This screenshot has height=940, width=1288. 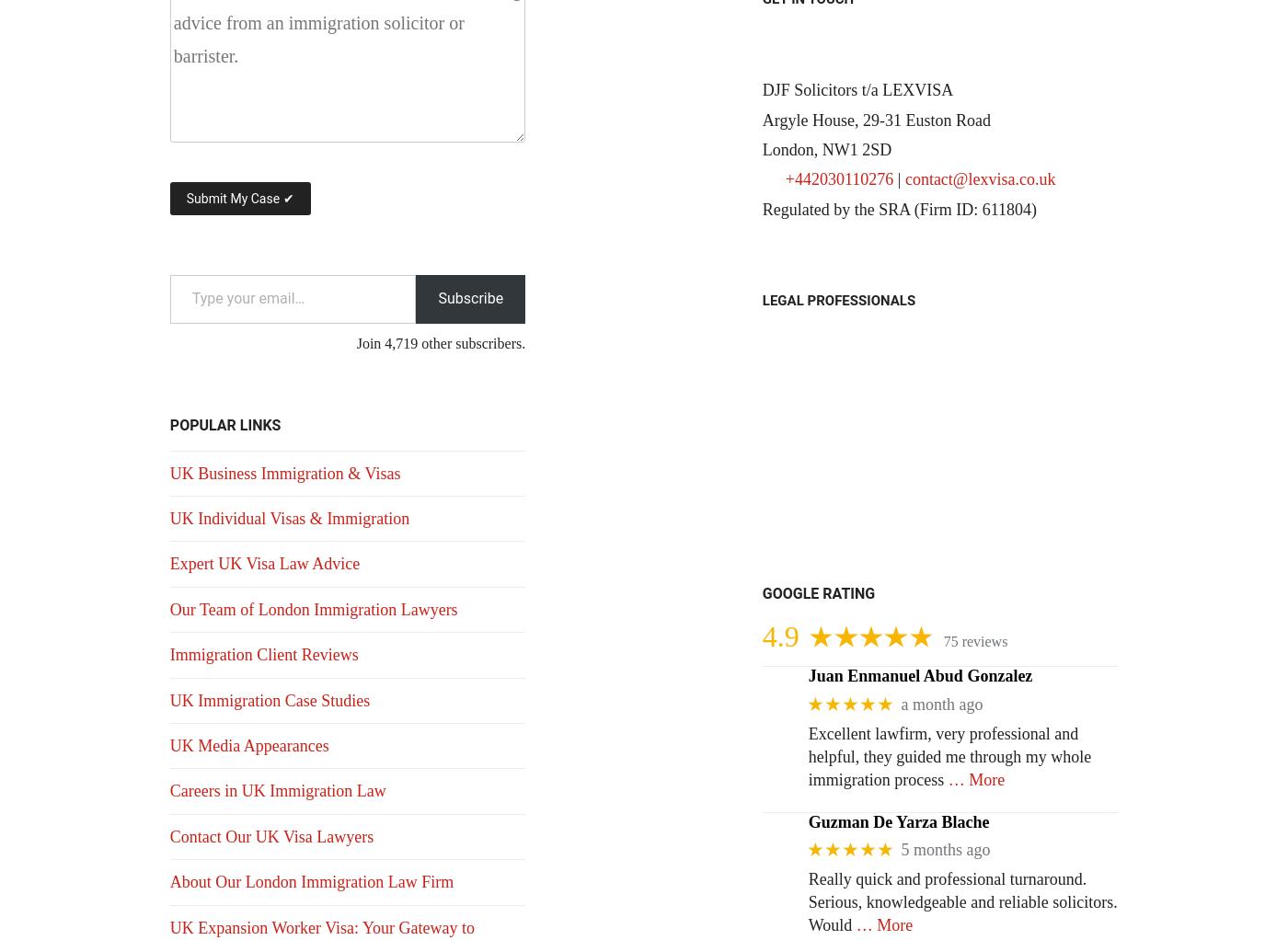 What do you see at coordinates (779, 635) in the screenshot?
I see `'4.9'` at bounding box center [779, 635].